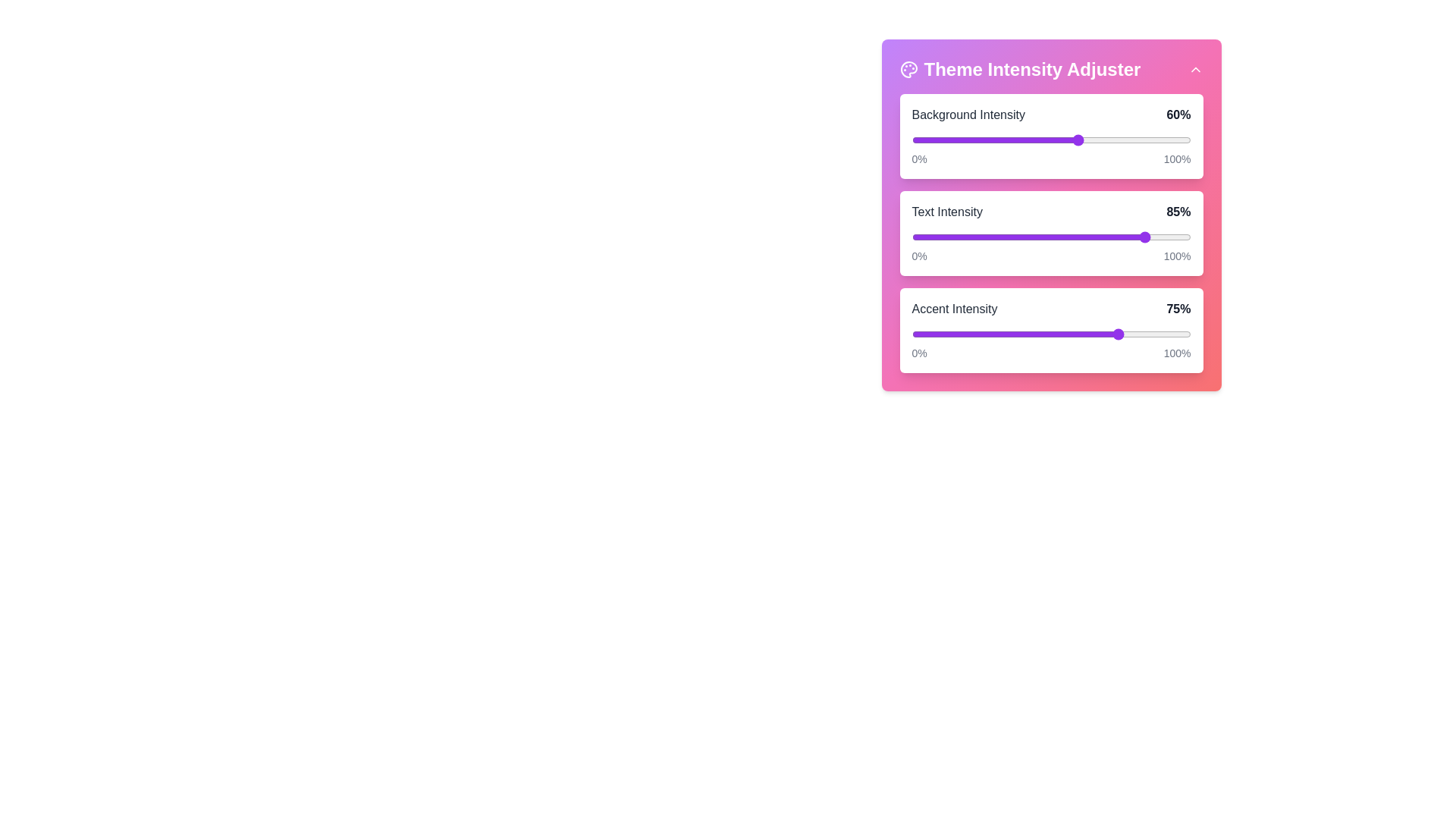 The width and height of the screenshot is (1456, 819). What do you see at coordinates (1178, 212) in the screenshot?
I see `the Text Label displaying '85%' which is bold and dark gray, located adjacent to the 'Text Intensity' text and a horizontal slider` at bounding box center [1178, 212].